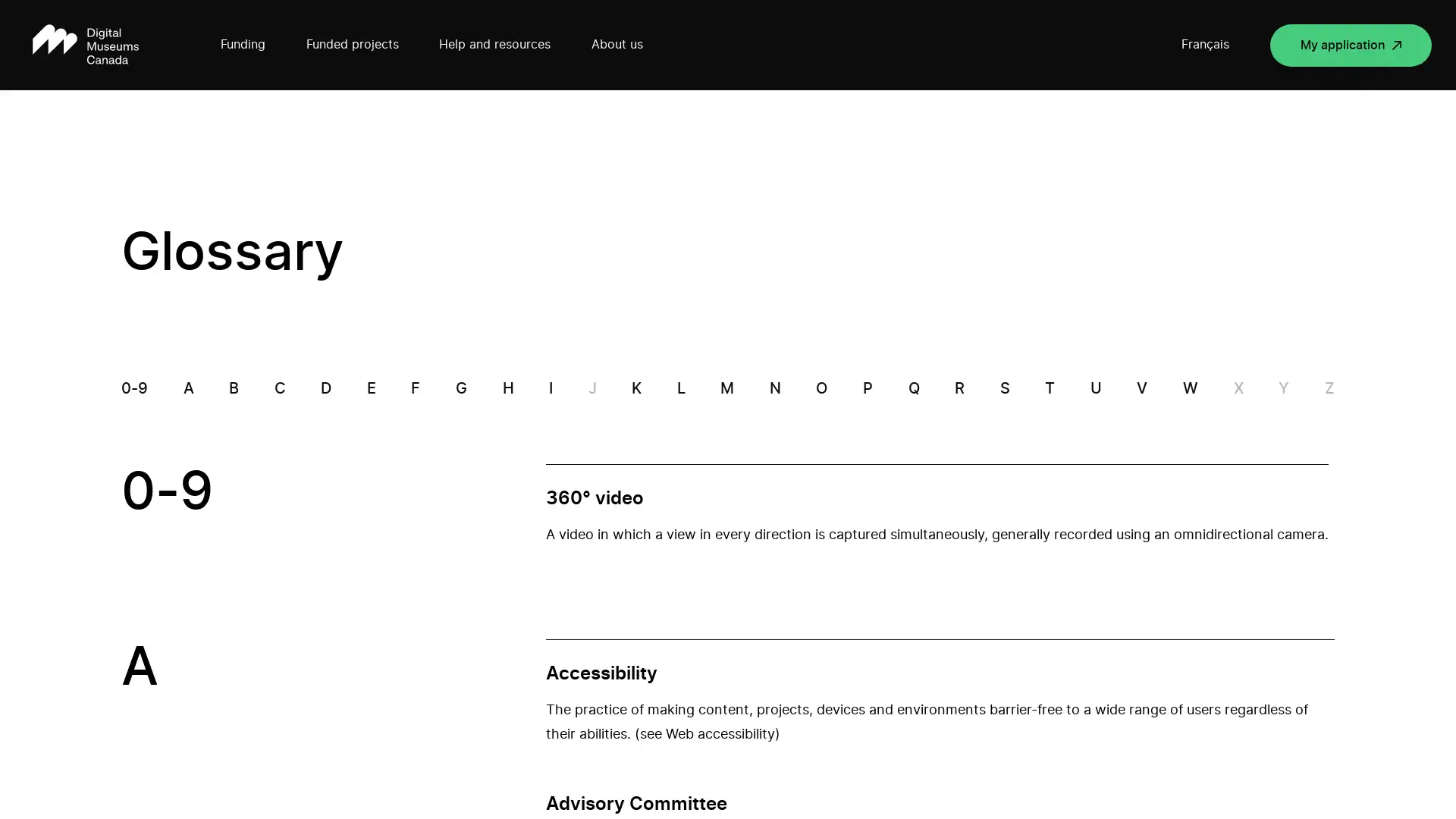  What do you see at coordinates (325, 388) in the screenshot?
I see `D` at bounding box center [325, 388].